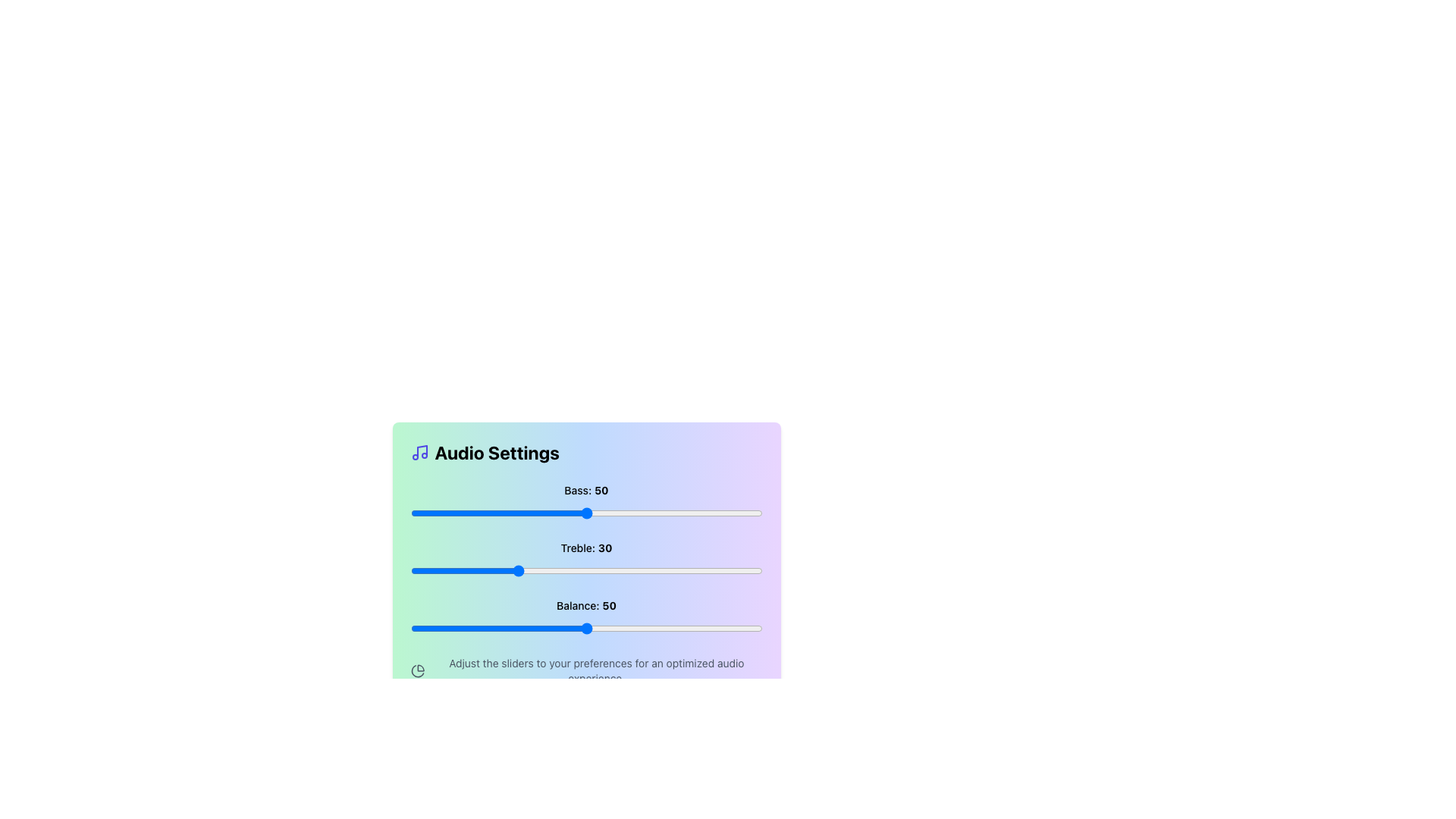 This screenshot has height=819, width=1456. What do you see at coordinates (670, 570) in the screenshot?
I see `the treble level` at bounding box center [670, 570].